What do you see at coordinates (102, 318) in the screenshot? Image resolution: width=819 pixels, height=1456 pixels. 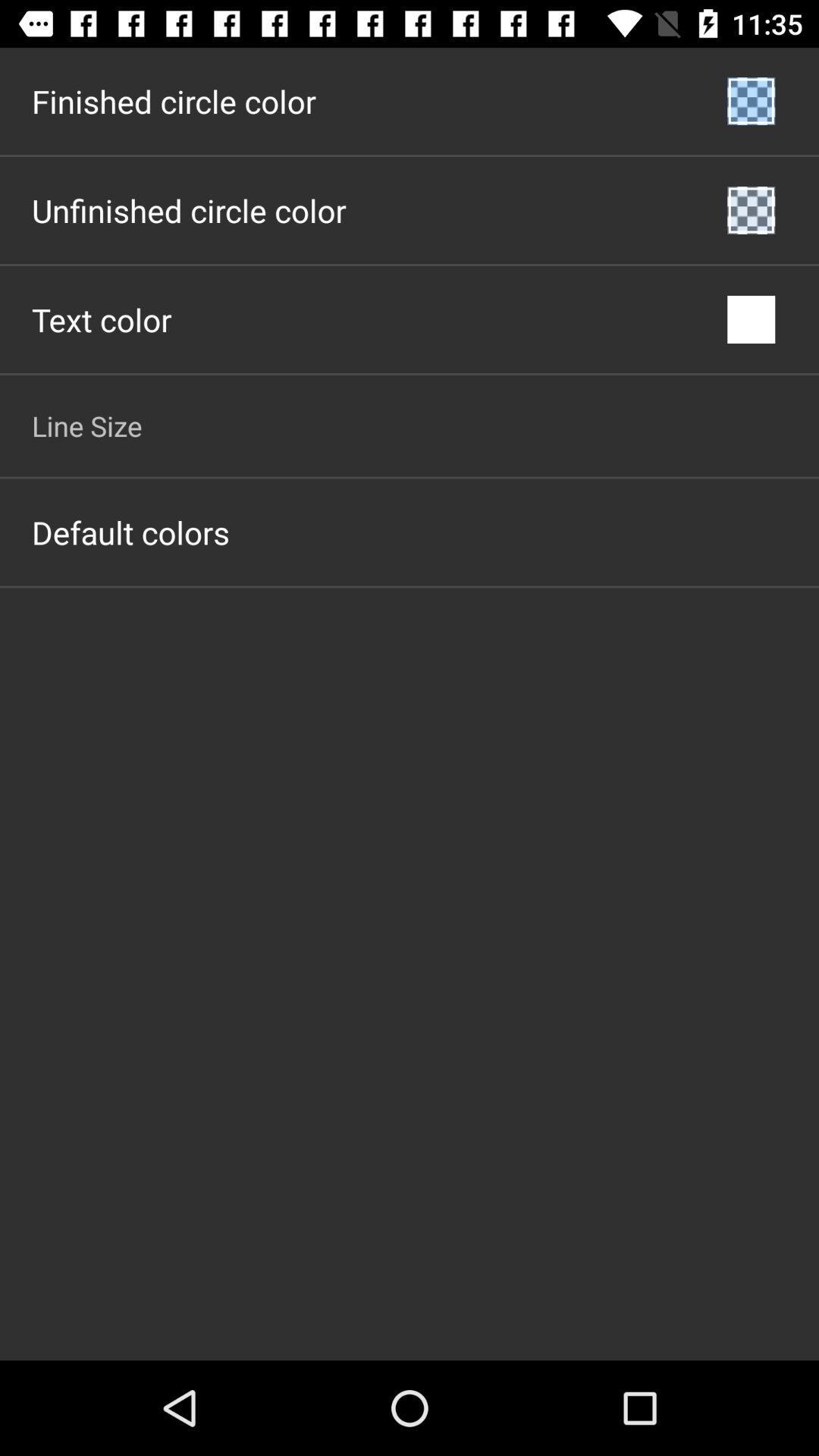 I see `the icon below the unfinished circle color icon` at bounding box center [102, 318].